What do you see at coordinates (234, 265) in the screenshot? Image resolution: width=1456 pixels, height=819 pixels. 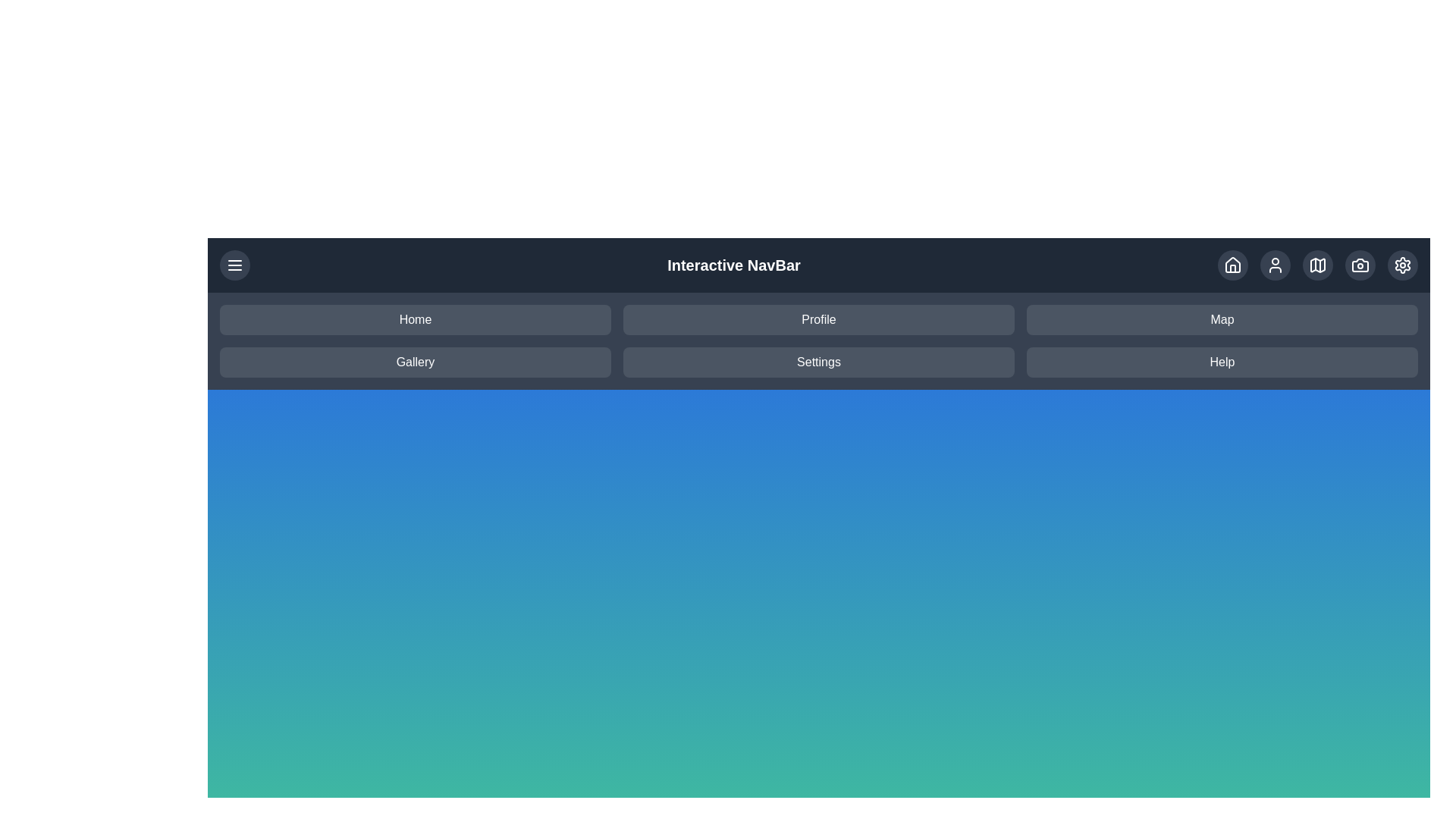 I see `the menu button to toggle the menu open or closed` at bounding box center [234, 265].